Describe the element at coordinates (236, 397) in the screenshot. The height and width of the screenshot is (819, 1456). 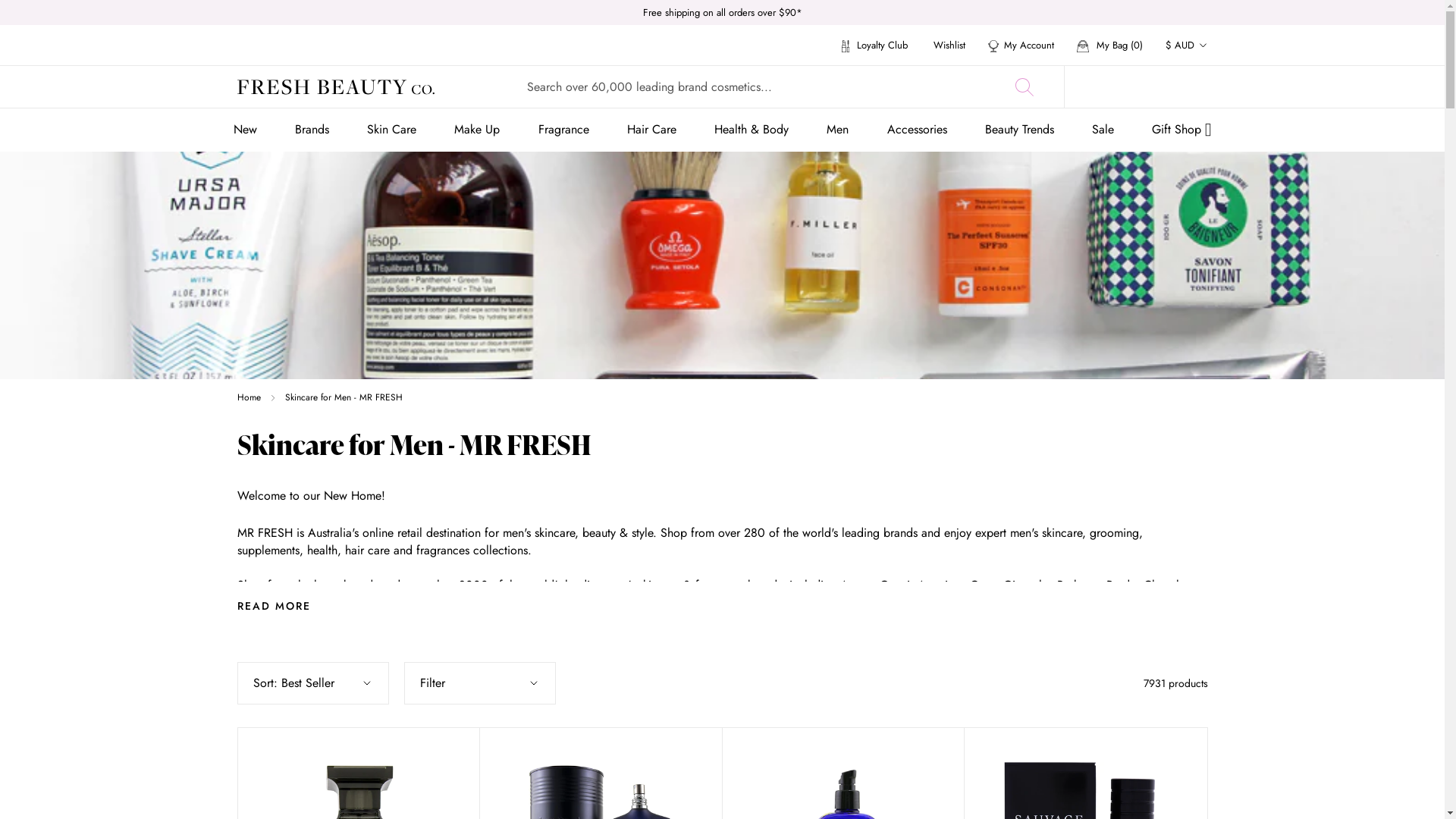
I see `'Home'` at that location.